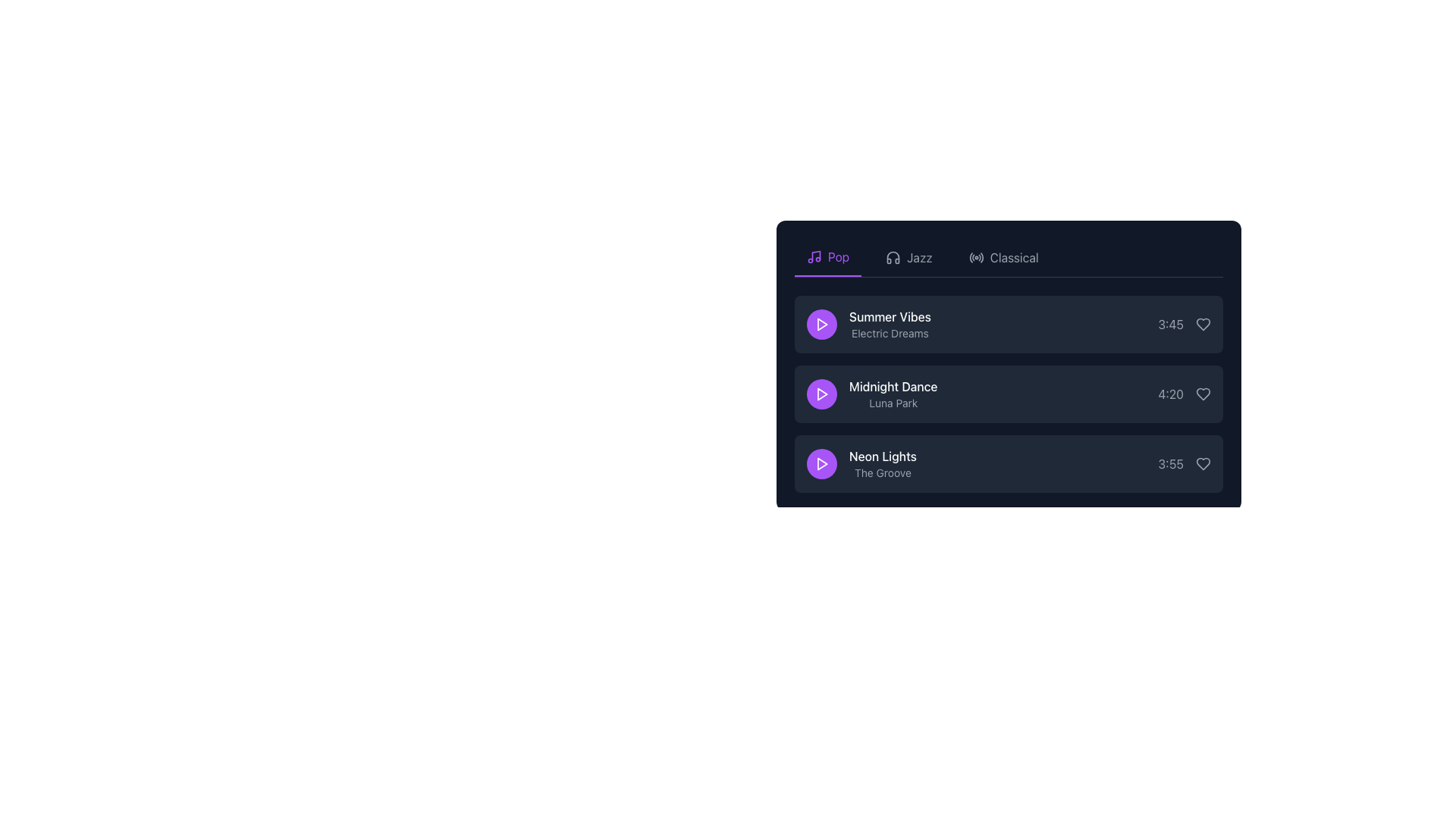 This screenshot has height=819, width=1456. What do you see at coordinates (890, 324) in the screenshot?
I see `text displayed in the title ('Summer Vibes') and subtitle ('Electric Dreams') of the audio track within the music playlist interface, located in the first row of the list` at bounding box center [890, 324].